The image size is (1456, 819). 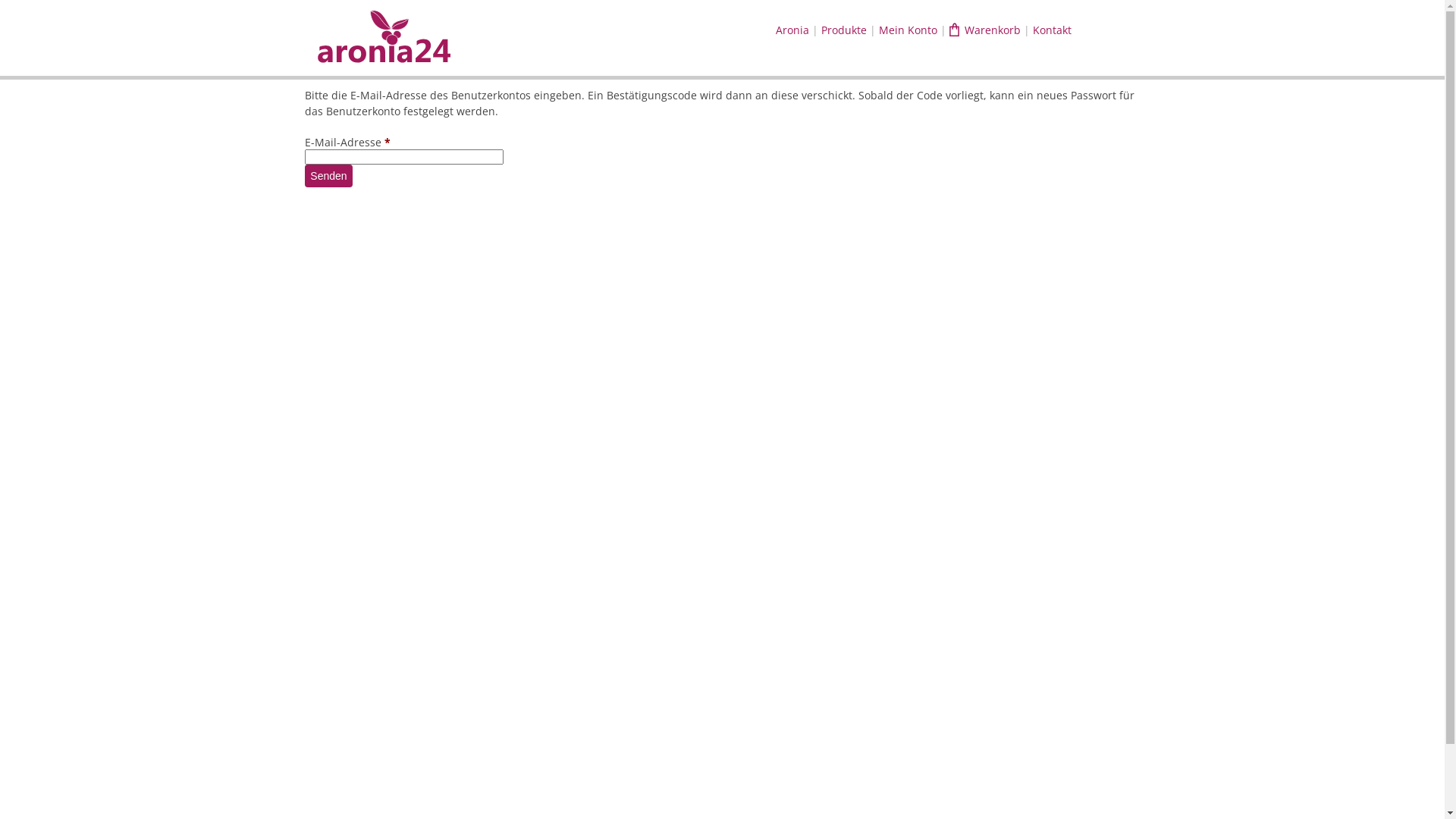 I want to click on 'Warenkorb', so click(x=985, y=30).